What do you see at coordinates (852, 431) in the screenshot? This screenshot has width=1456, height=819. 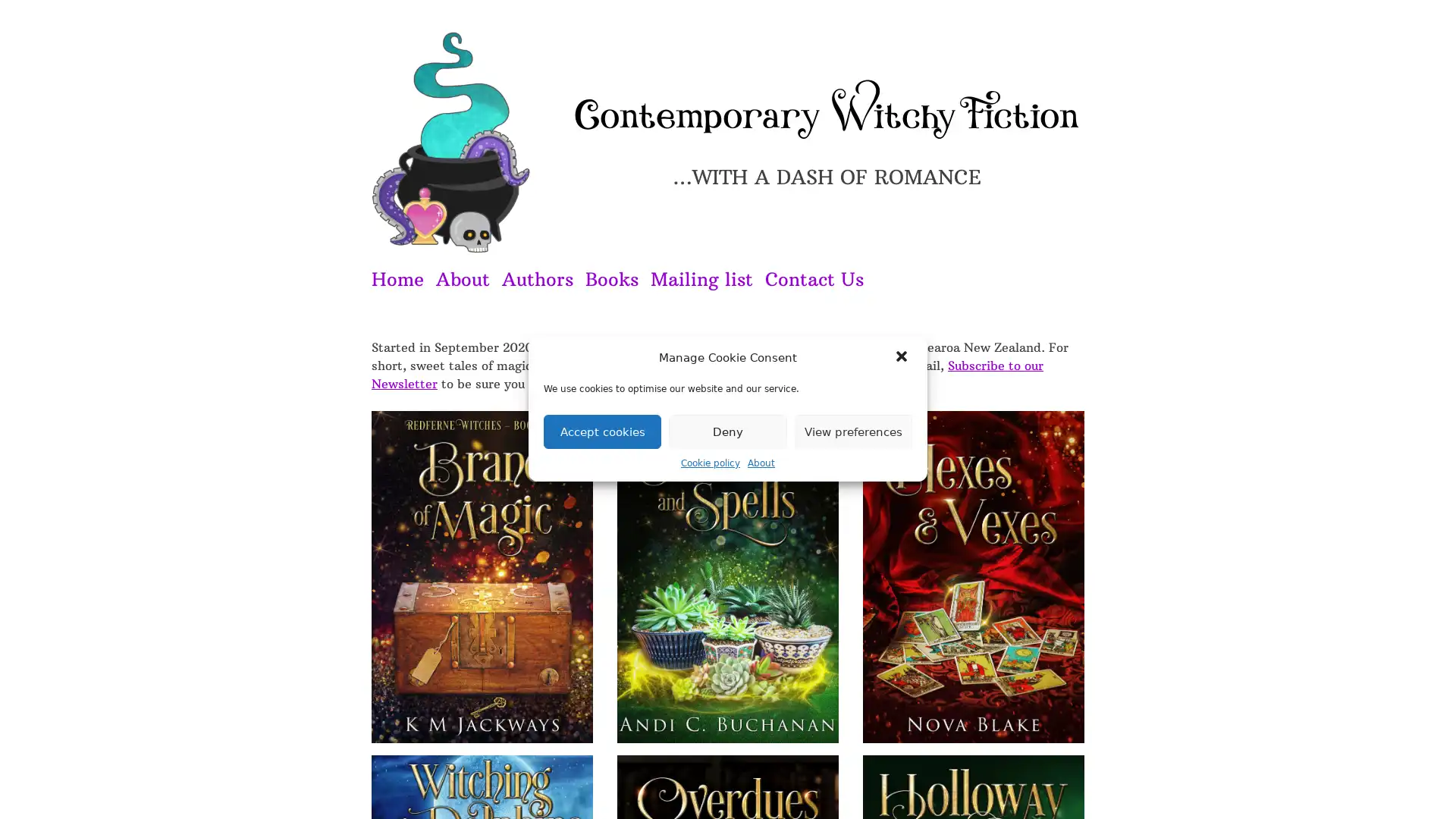 I see `View preferences` at bounding box center [852, 431].